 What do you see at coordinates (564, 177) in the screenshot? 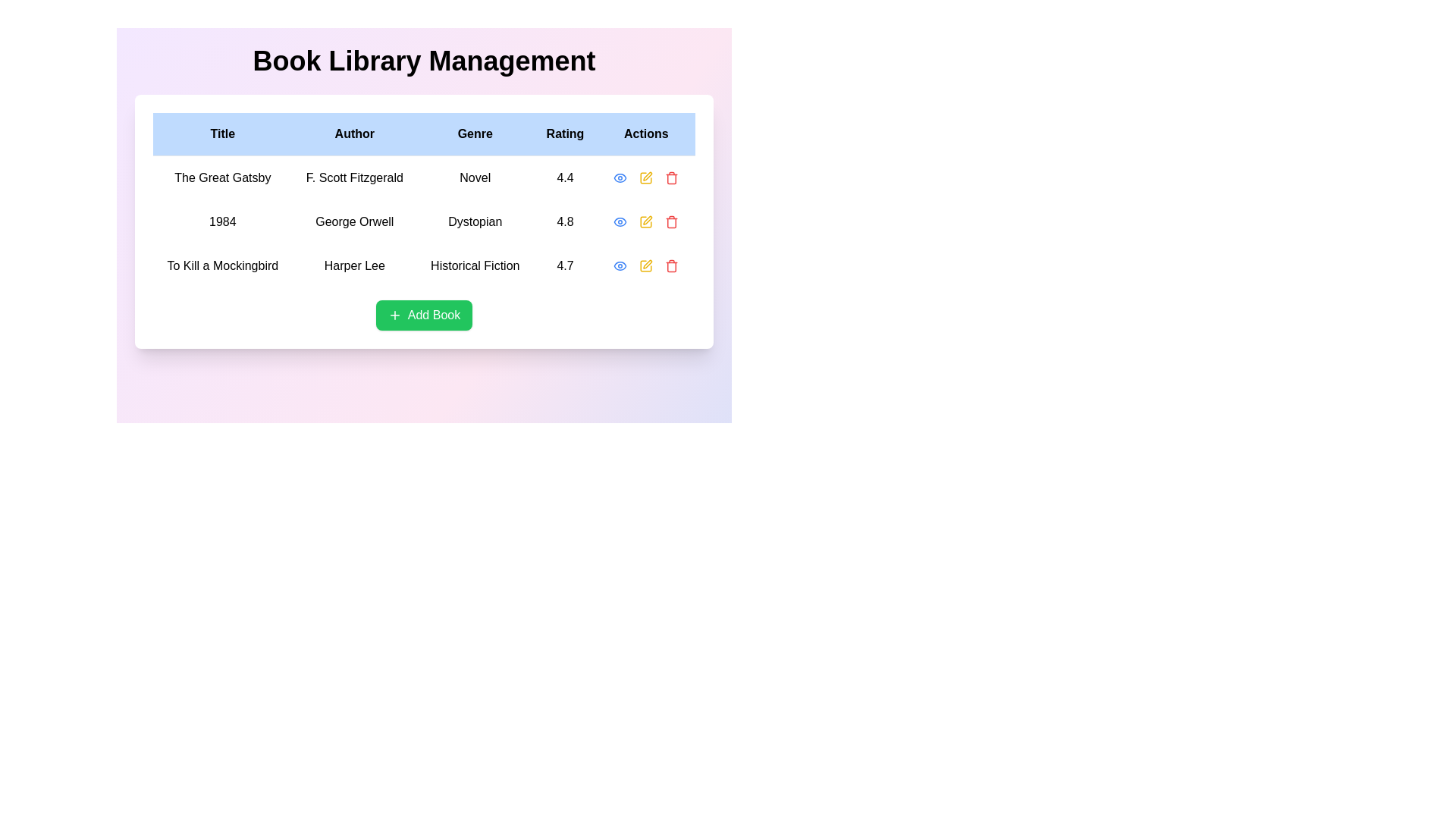
I see `the Text Label displaying the rating value '4.4' in bold, black text, located under the 'Rating' header in the first row of the table for 'The Great Gatsby'` at bounding box center [564, 177].